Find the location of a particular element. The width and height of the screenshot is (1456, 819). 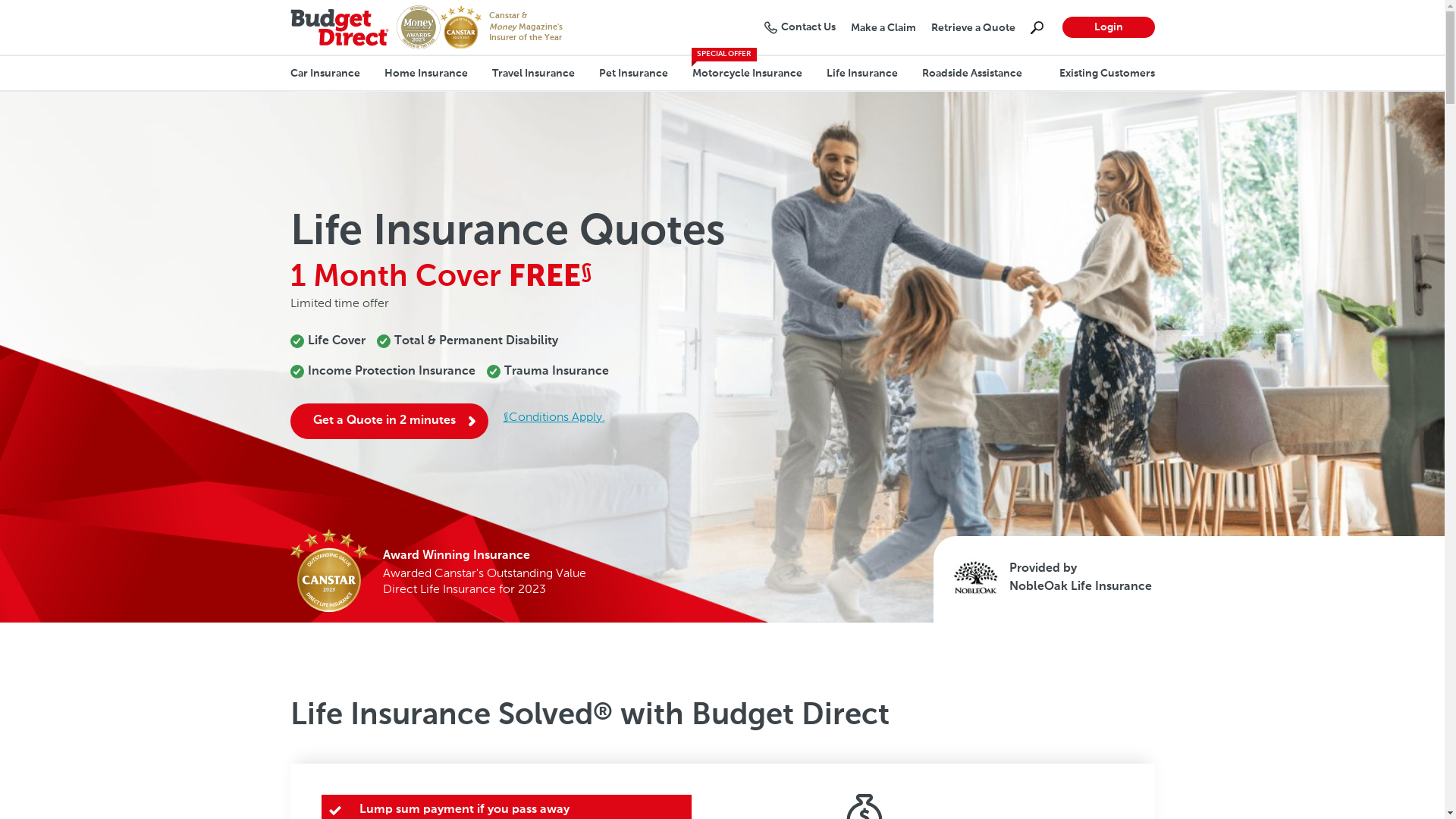

'Make a Claim' is located at coordinates (883, 28).